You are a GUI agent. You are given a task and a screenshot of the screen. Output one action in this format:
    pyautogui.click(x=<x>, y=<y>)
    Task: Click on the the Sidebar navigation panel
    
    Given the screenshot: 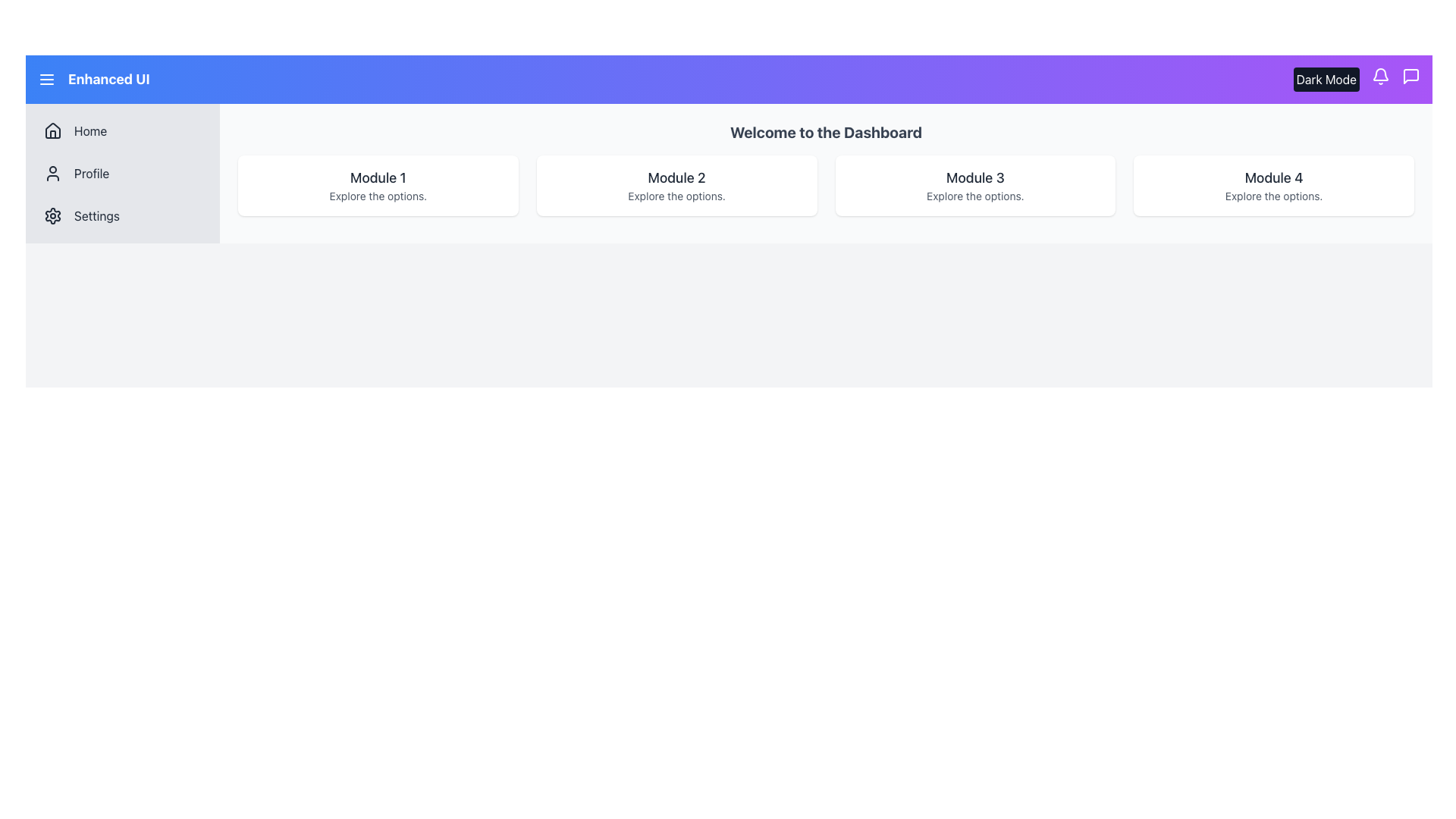 What is the action you would take?
    pyautogui.click(x=123, y=172)
    